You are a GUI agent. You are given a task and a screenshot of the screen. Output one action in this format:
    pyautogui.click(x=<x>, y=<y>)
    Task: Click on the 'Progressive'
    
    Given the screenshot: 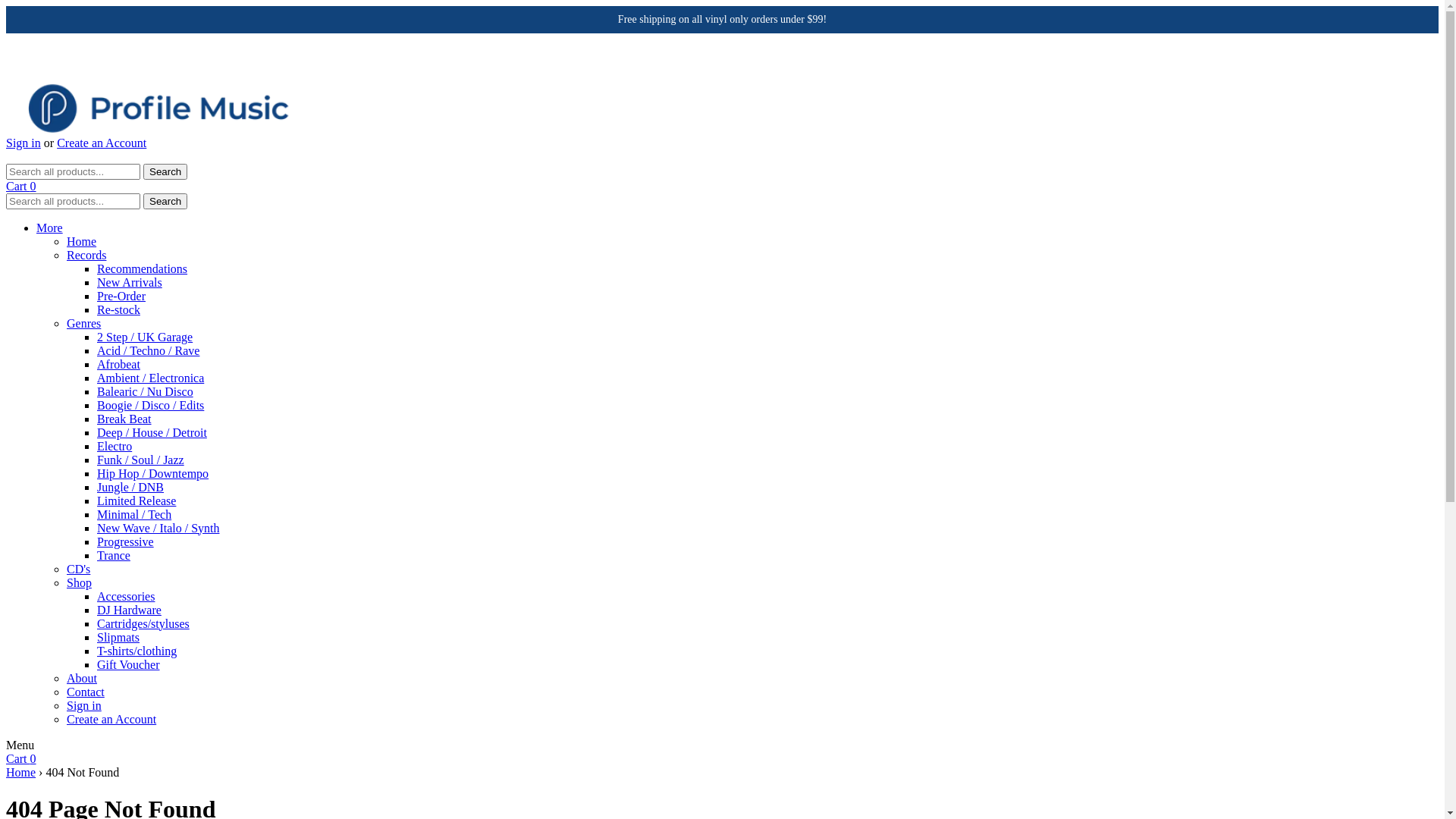 What is the action you would take?
    pyautogui.click(x=125, y=541)
    